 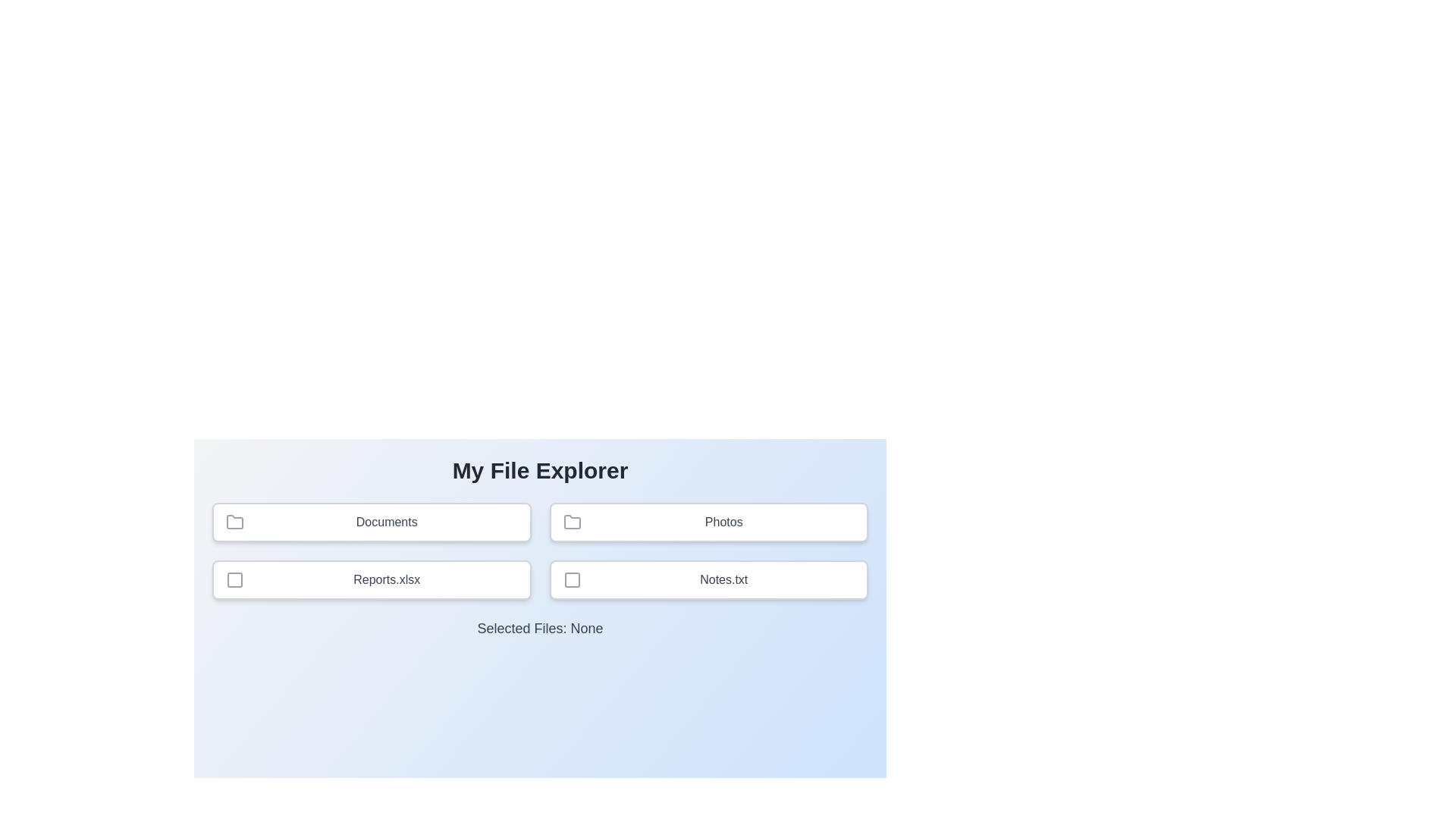 I want to click on the item Photos by clicking on it, so click(x=708, y=522).